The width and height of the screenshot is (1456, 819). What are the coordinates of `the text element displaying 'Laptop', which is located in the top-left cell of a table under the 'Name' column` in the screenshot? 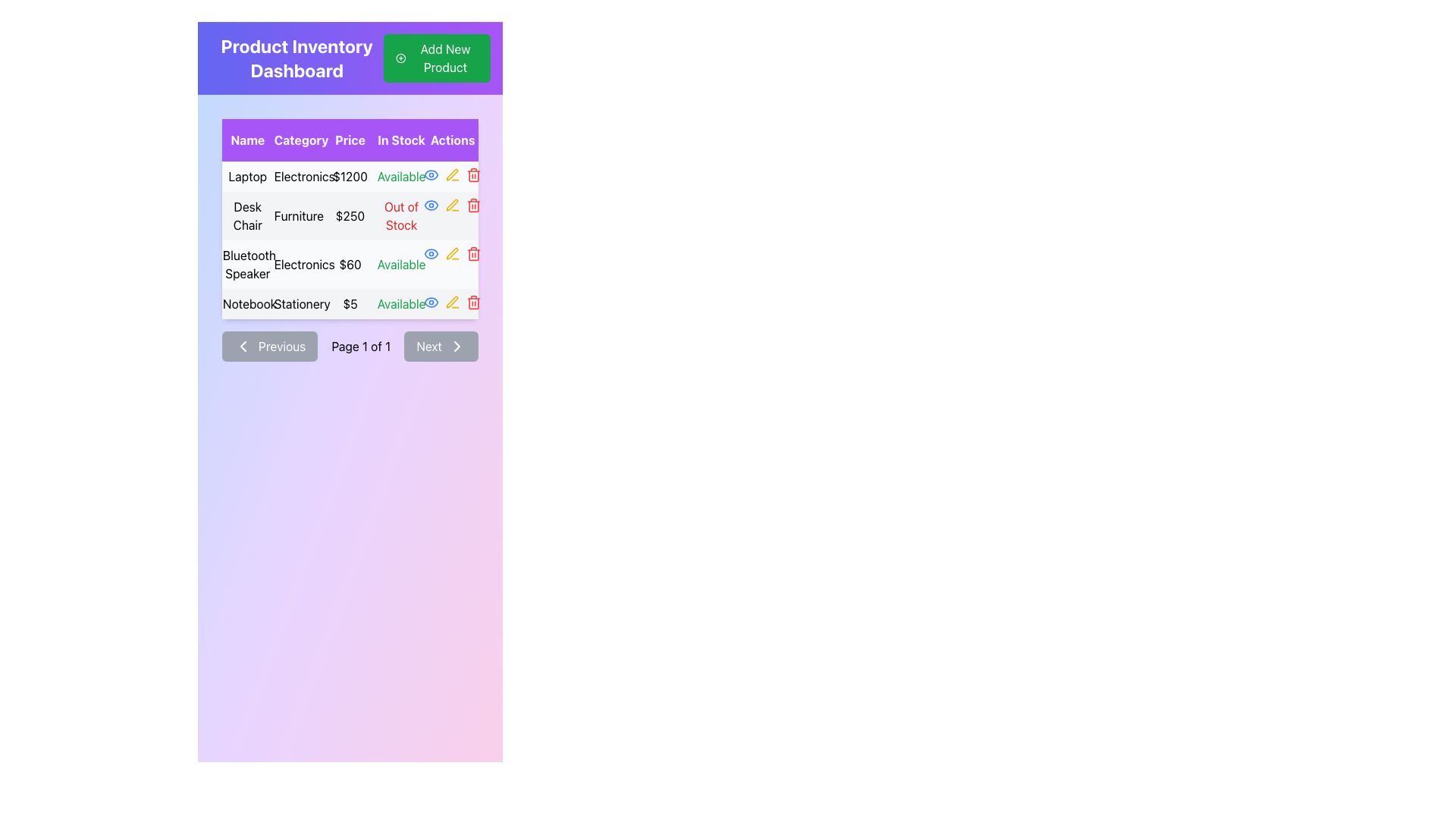 It's located at (247, 175).